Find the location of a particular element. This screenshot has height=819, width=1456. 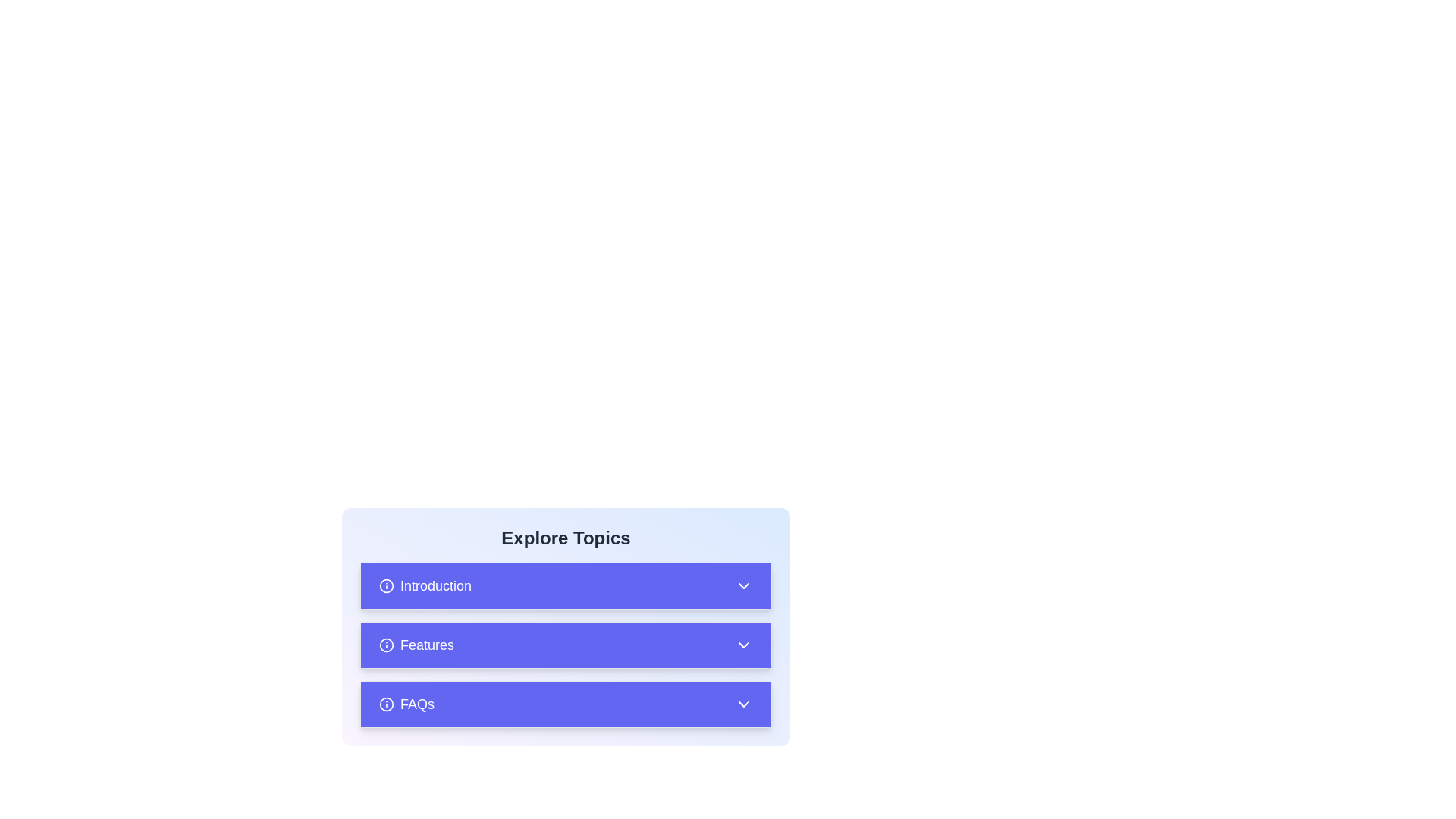

the SVG Circle icon within the button associated with the 'Introduction' expandable section, located in the 'Explore Topics' section is located at coordinates (386, 585).